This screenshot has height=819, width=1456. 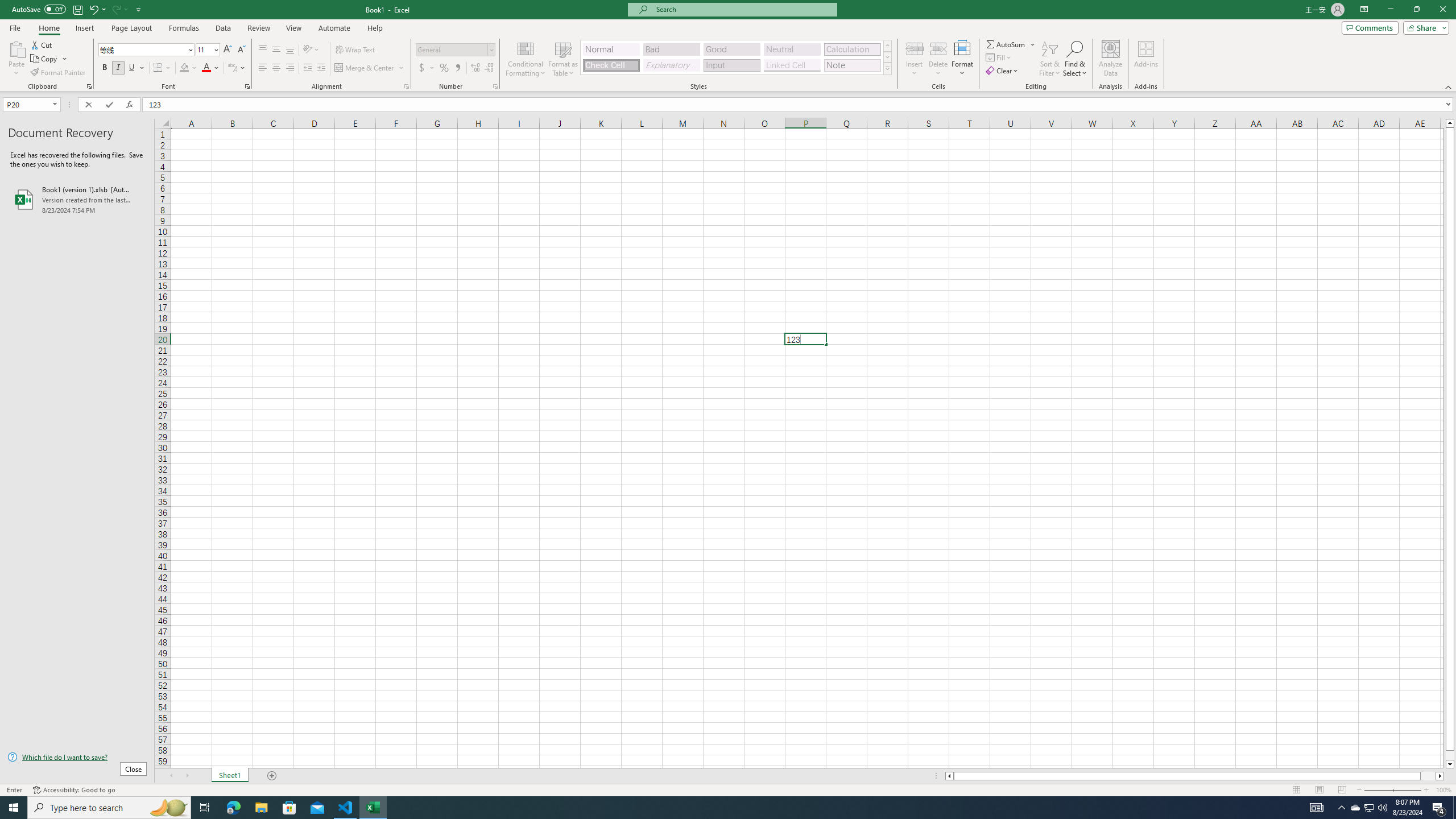 I want to click on 'Merge & Center', so click(x=365, y=67).